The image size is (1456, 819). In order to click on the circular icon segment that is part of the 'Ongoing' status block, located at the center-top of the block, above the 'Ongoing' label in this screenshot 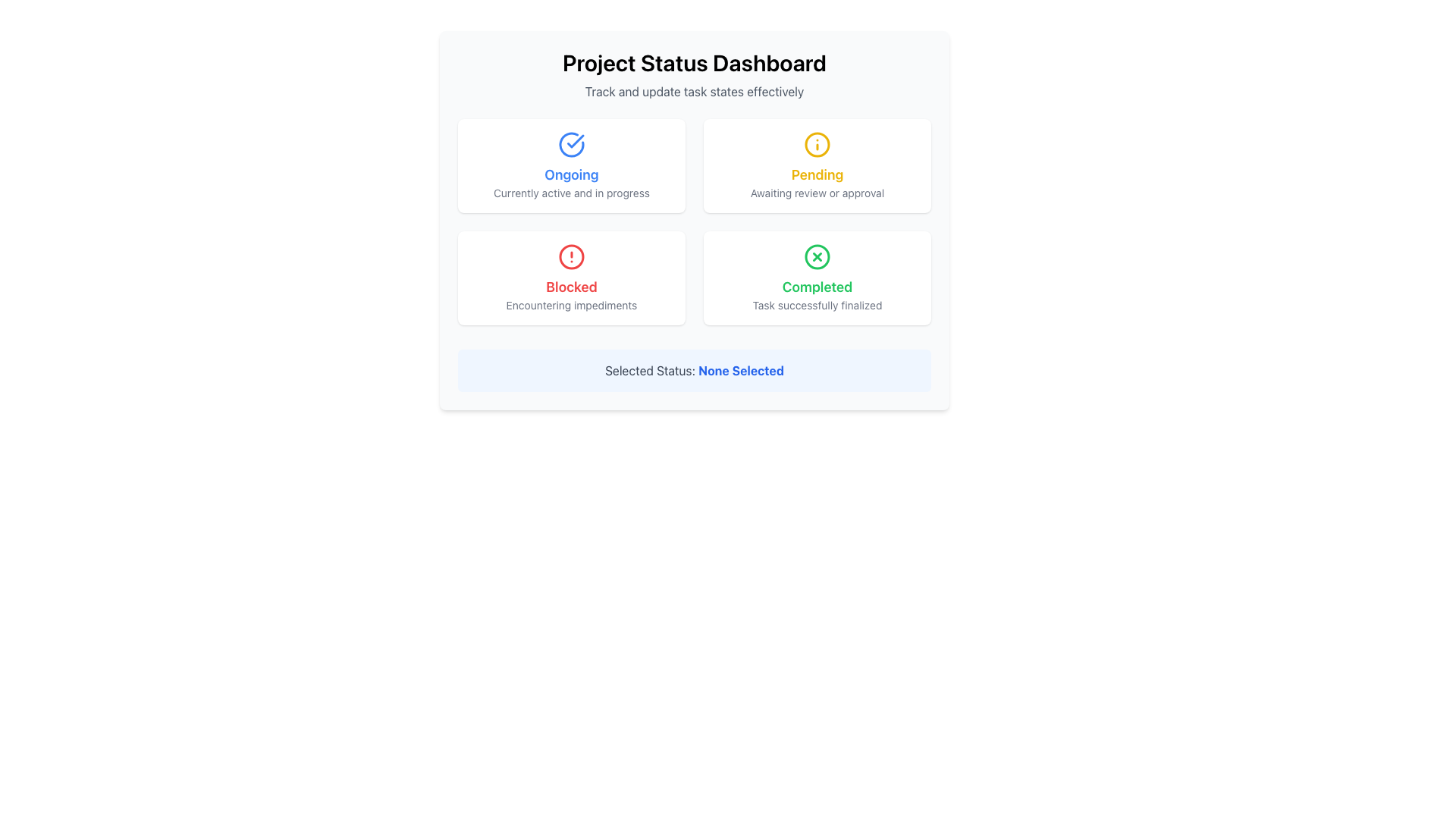, I will do `click(570, 144)`.